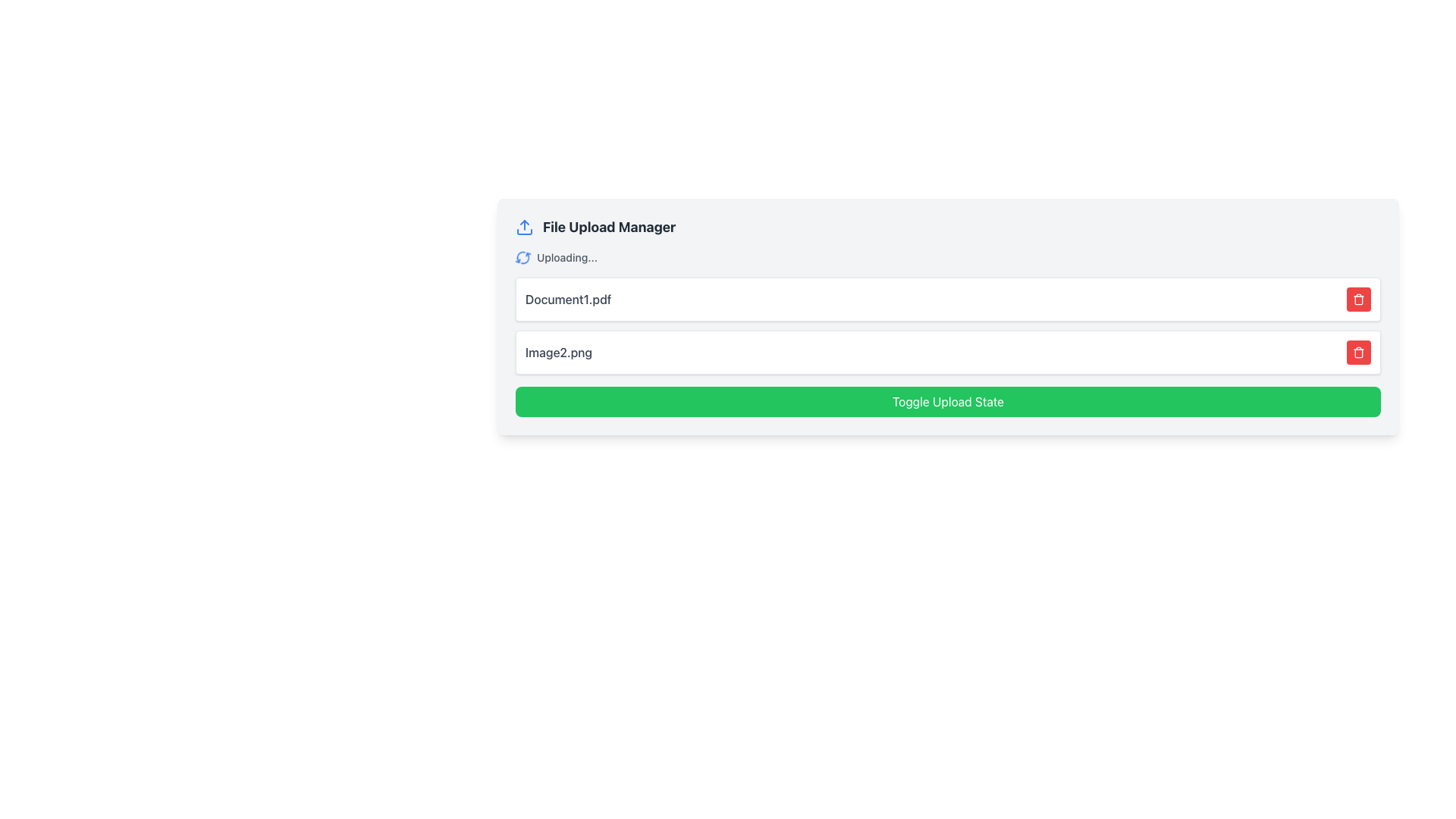  What do you see at coordinates (1358, 299) in the screenshot?
I see `the delete icon located in the top-right corner of the small red button` at bounding box center [1358, 299].